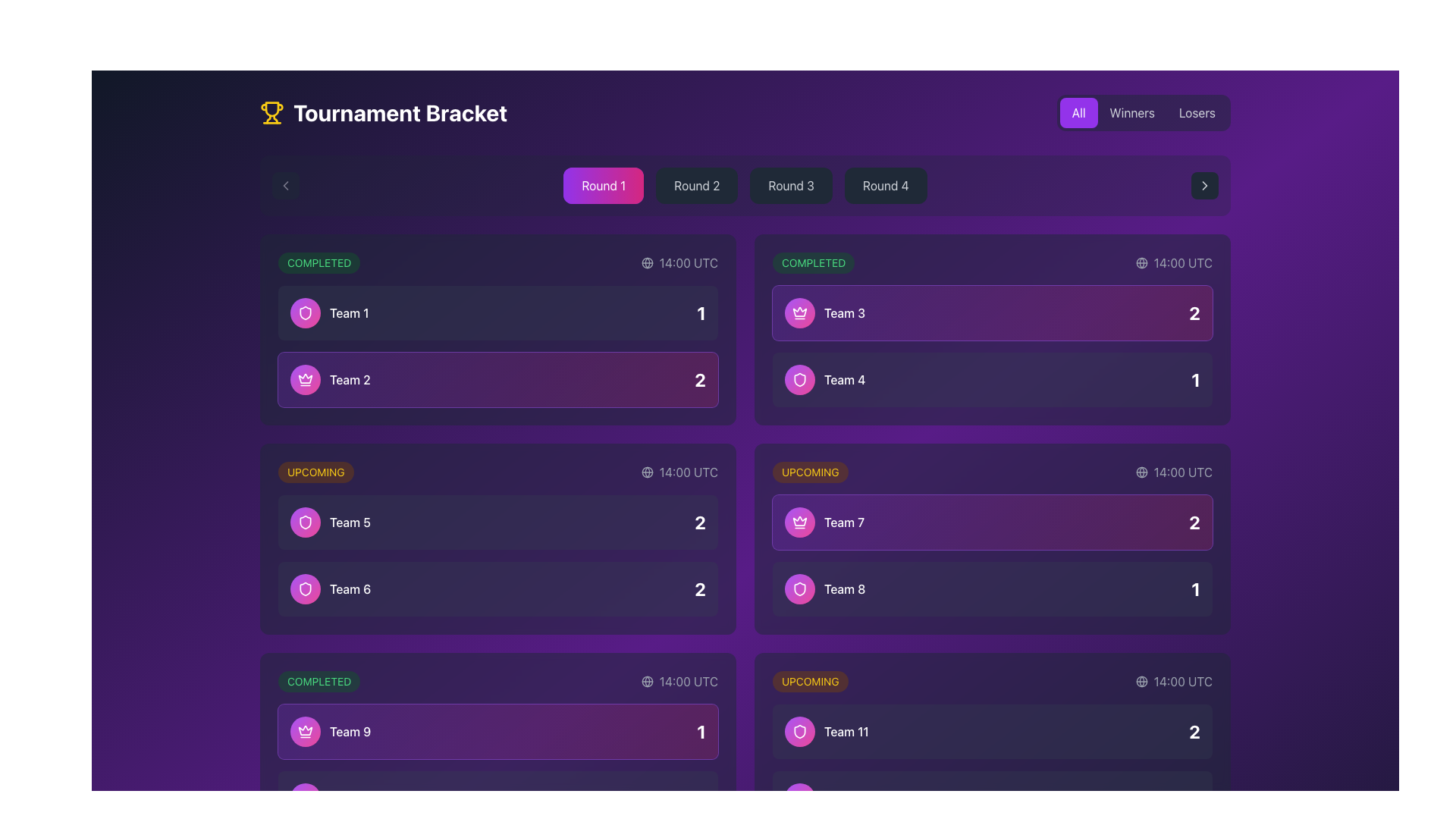  What do you see at coordinates (699, 588) in the screenshot?
I see `numeric display value of the text label indicating the score or rank for 'Team 6', positioned at the bottom-right corner adjacent to 'Team 6'` at bounding box center [699, 588].